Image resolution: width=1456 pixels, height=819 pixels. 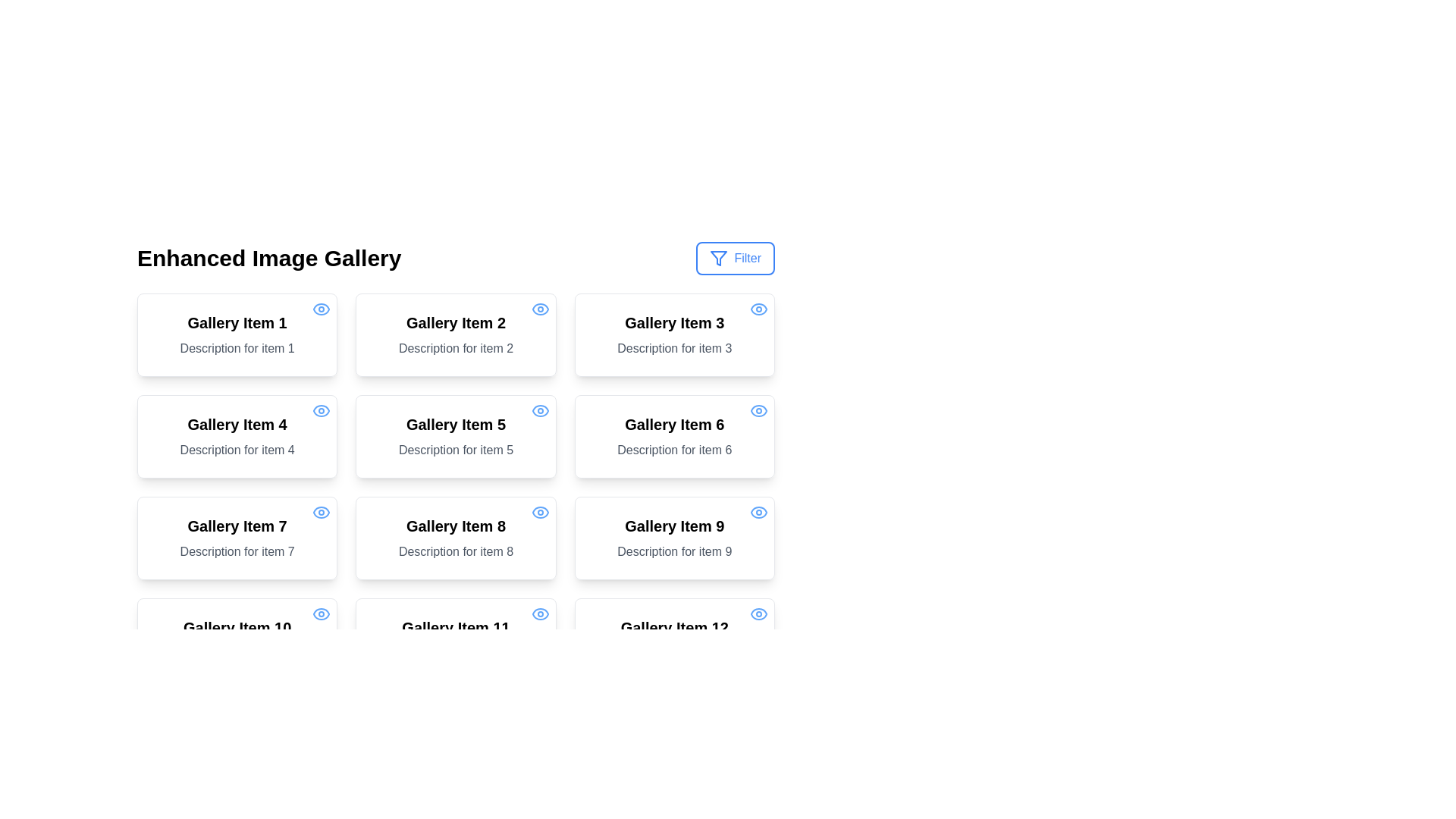 What do you see at coordinates (540, 512) in the screenshot?
I see `the eye icon with a blue outline located in the top-right corner of the card labeled 'Gallery Item 8' in the third row of the gallery grid` at bounding box center [540, 512].